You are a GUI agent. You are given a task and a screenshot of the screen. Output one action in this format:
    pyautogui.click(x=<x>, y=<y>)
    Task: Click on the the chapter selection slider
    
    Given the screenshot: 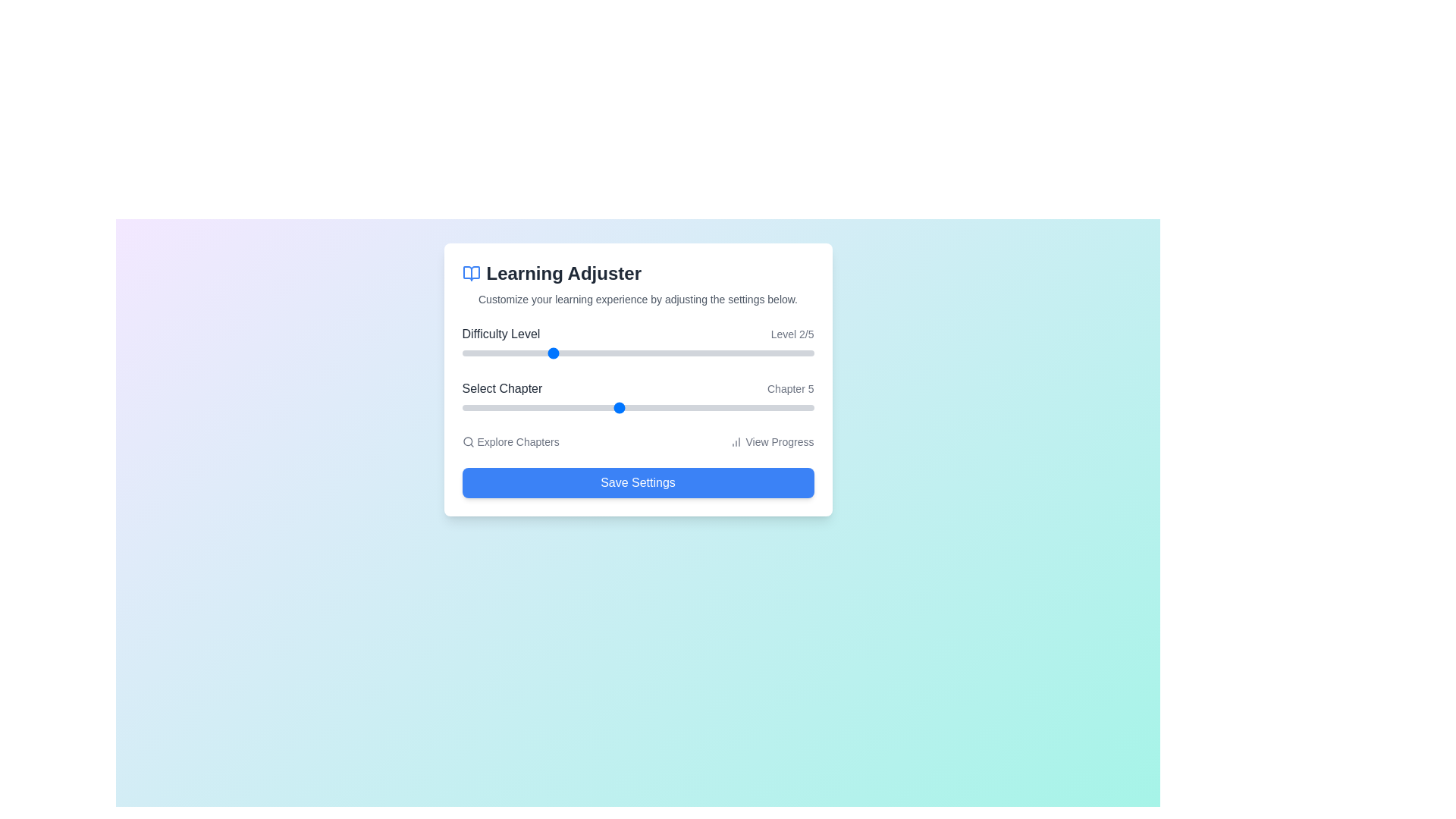 What is the action you would take?
    pyautogui.click(x=736, y=406)
    